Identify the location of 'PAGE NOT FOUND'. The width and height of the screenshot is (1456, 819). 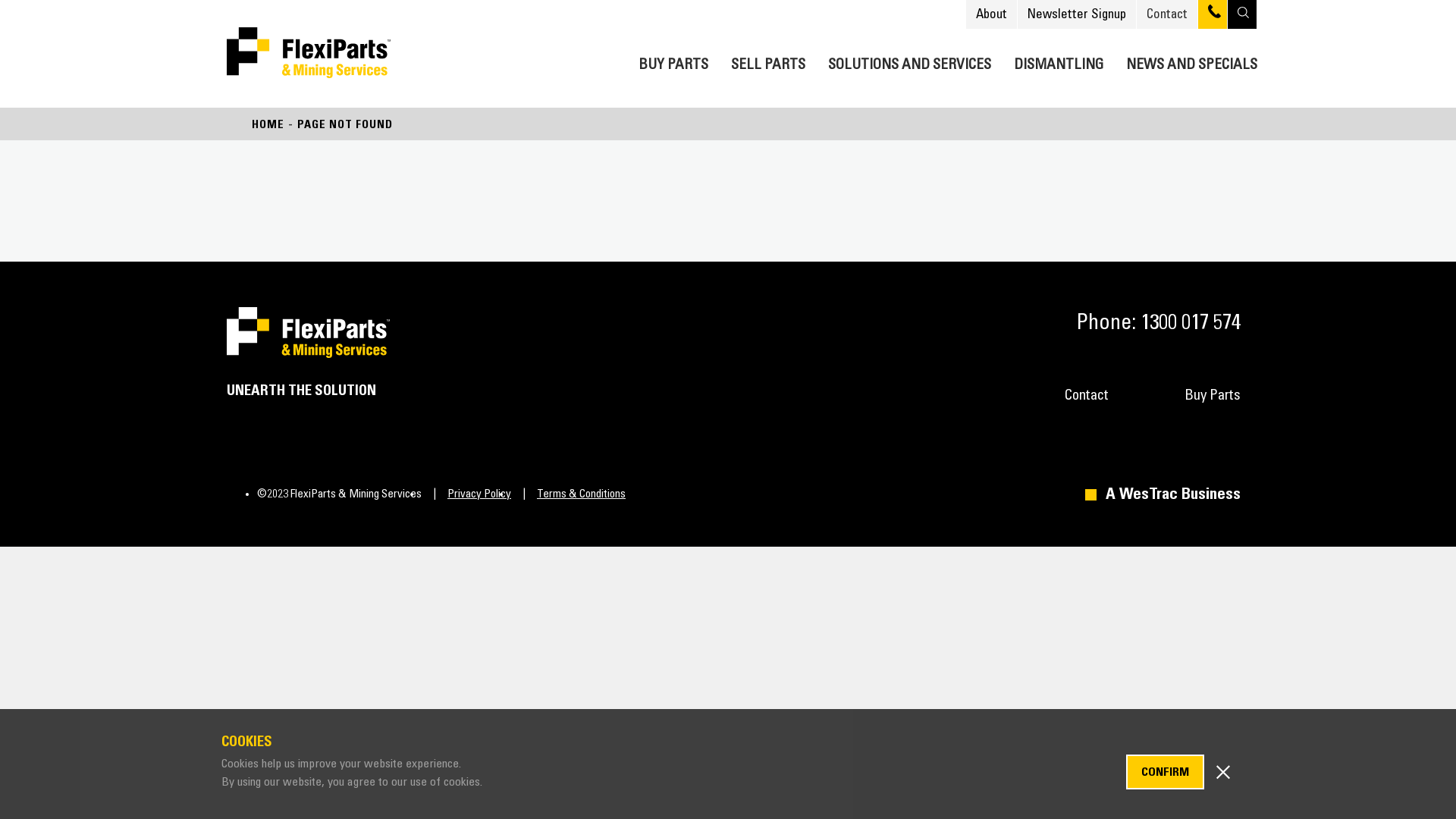
(344, 124).